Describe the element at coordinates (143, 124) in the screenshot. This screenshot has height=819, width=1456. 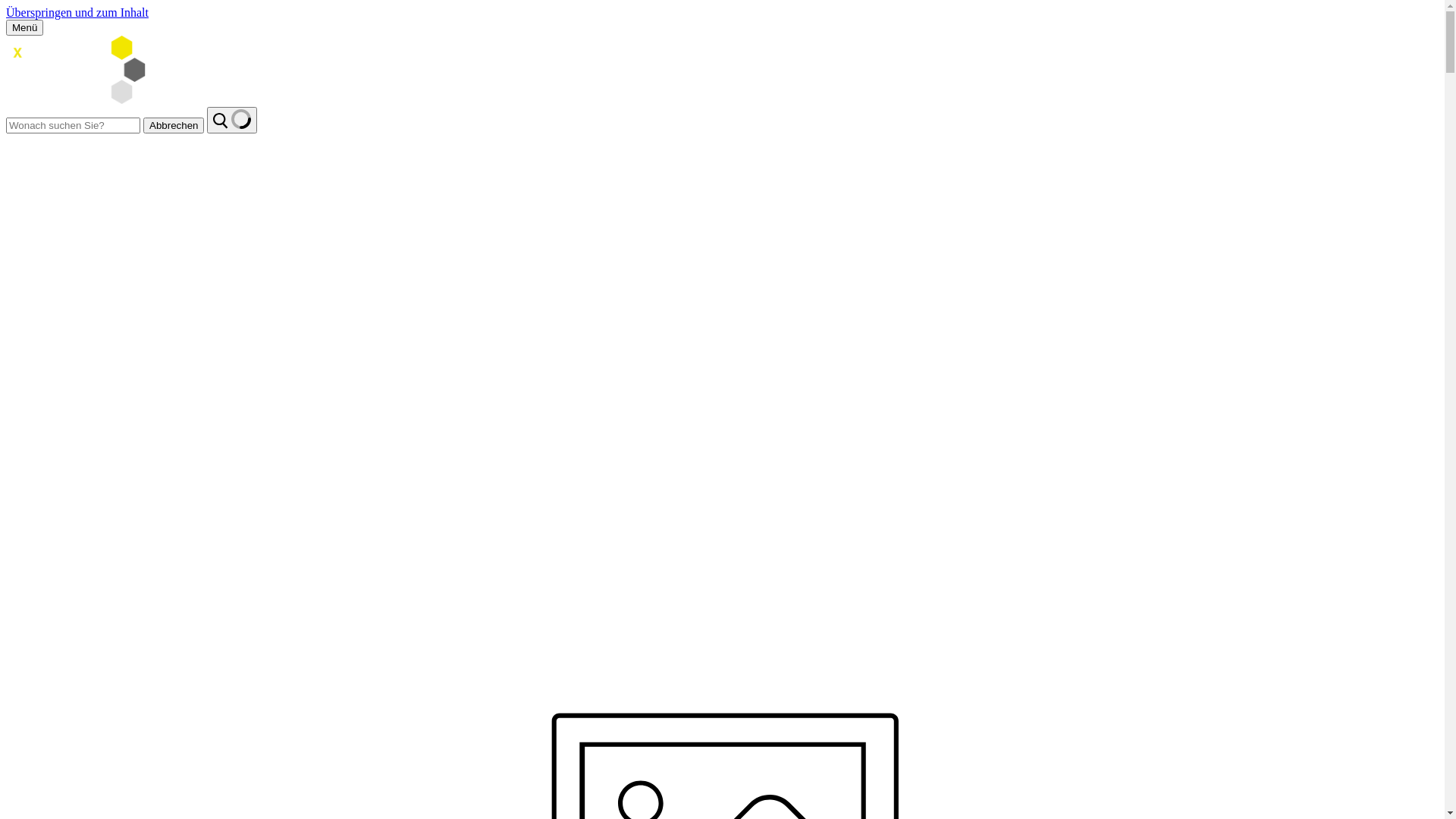
I see `'Abbrechen'` at that location.